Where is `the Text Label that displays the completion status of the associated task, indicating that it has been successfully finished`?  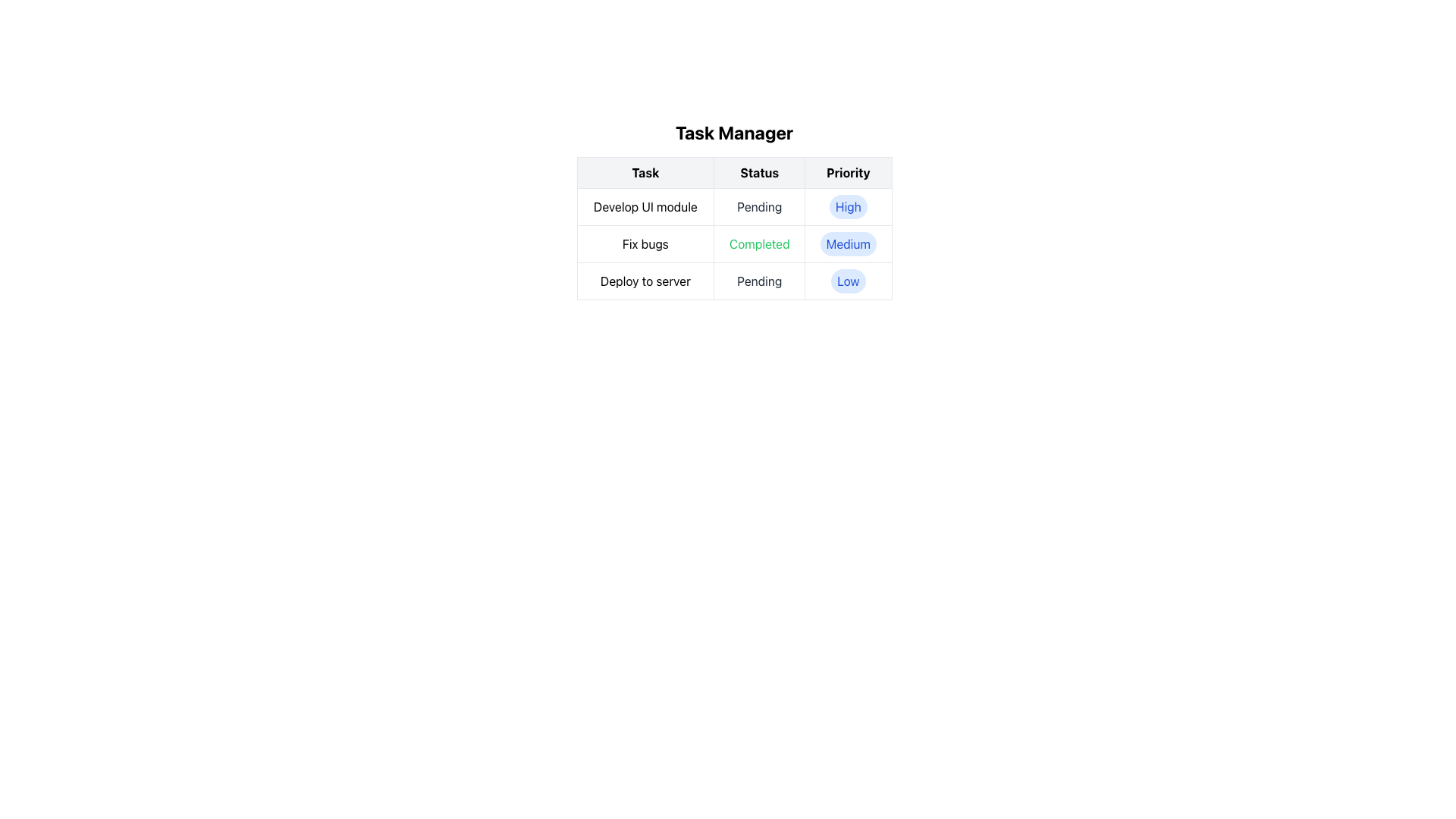 the Text Label that displays the completion status of the associated task, indicating that it has been successfully finished is located at coordinates (759, 243).